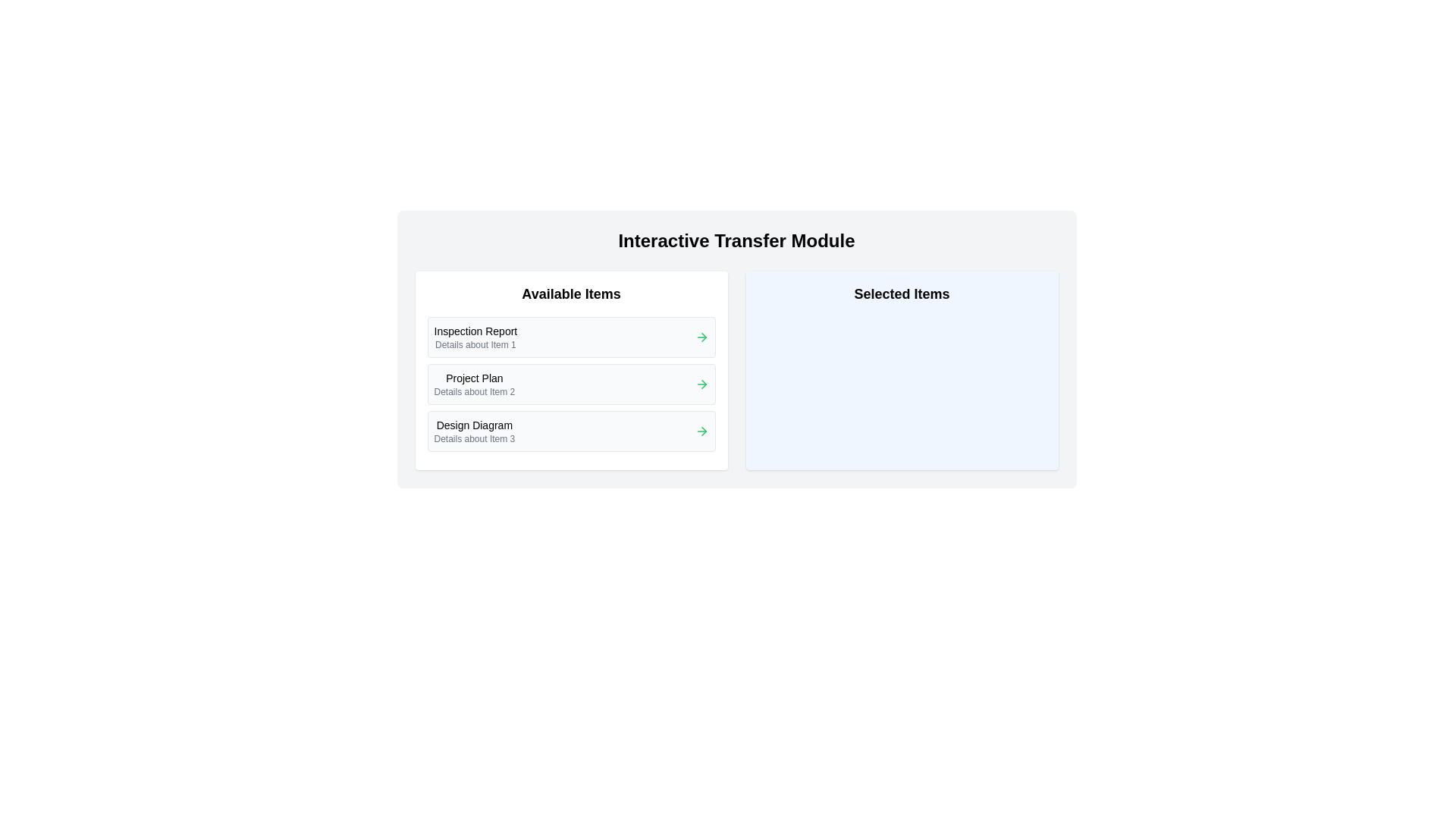 Image resolution: width=1456 pixels, height=819 pixels. What do you see at coordinates (475, 330) in the screenshot?
I see `the 'Inspection Report' text element, which is prominently displayed in bold and larger size within the 'Available Items' section, located at the top of the list above 'Details about Item 1'` at bounding box center [475, 330].